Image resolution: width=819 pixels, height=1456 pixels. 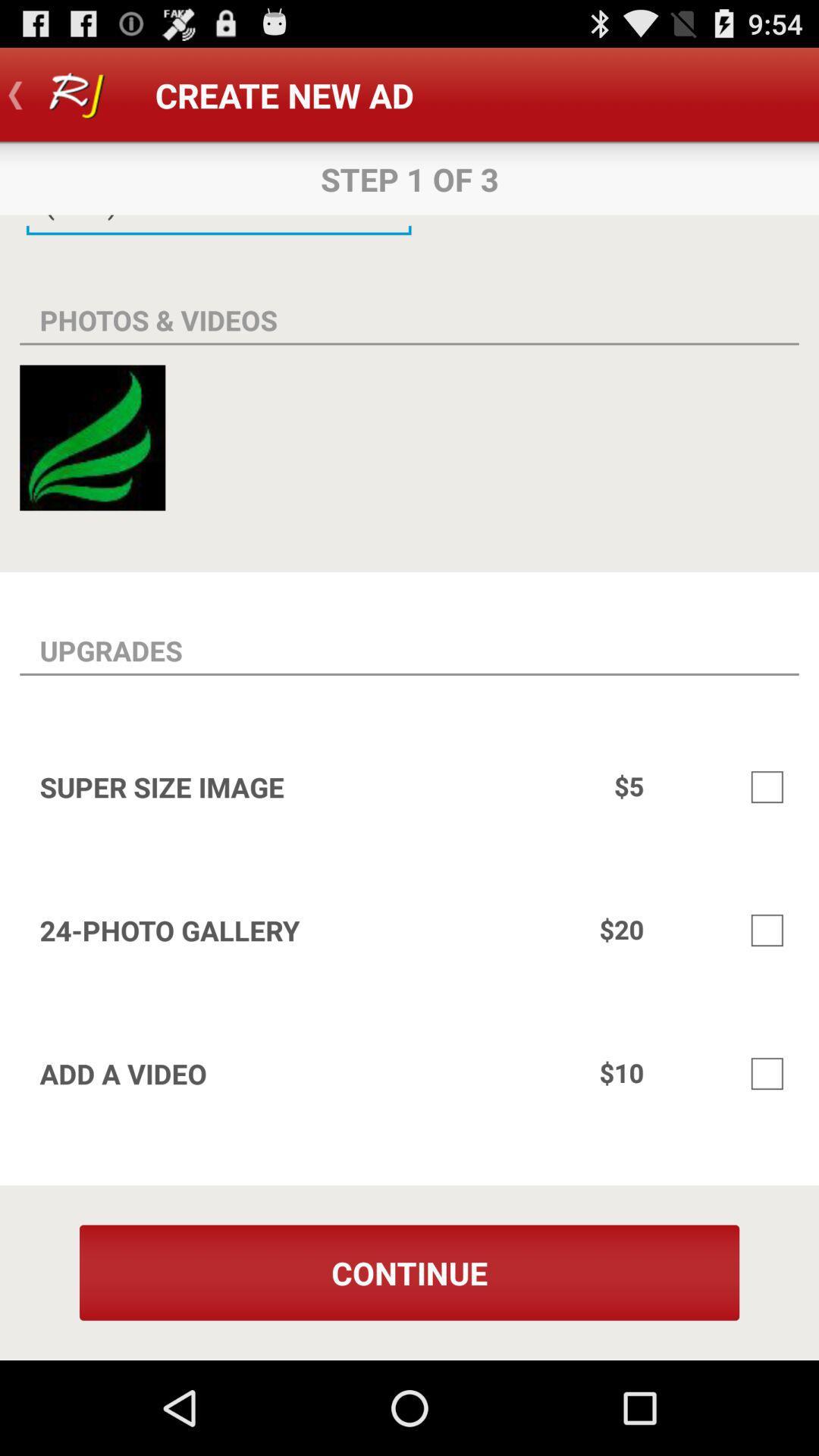 What do you see at coordinates (767, 1073) in the screenshot?
I see `option` at bounding box center [767, 1073].